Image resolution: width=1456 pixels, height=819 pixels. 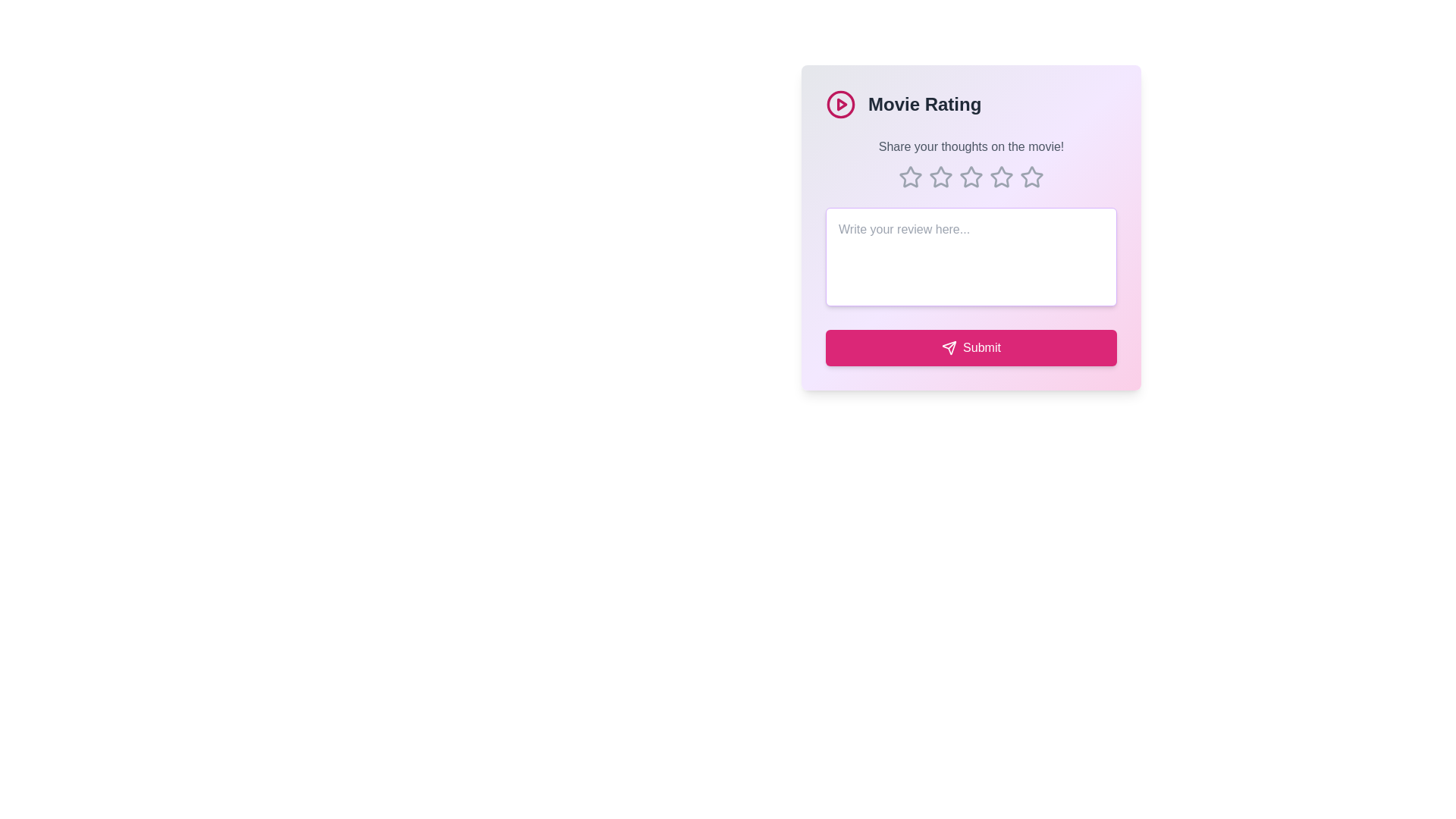 What do you see at coordinates (971, 348) in the screenshot?
I see `the submit button located at the bottom of the review card to highlight it` at bounding box center [971, 348].